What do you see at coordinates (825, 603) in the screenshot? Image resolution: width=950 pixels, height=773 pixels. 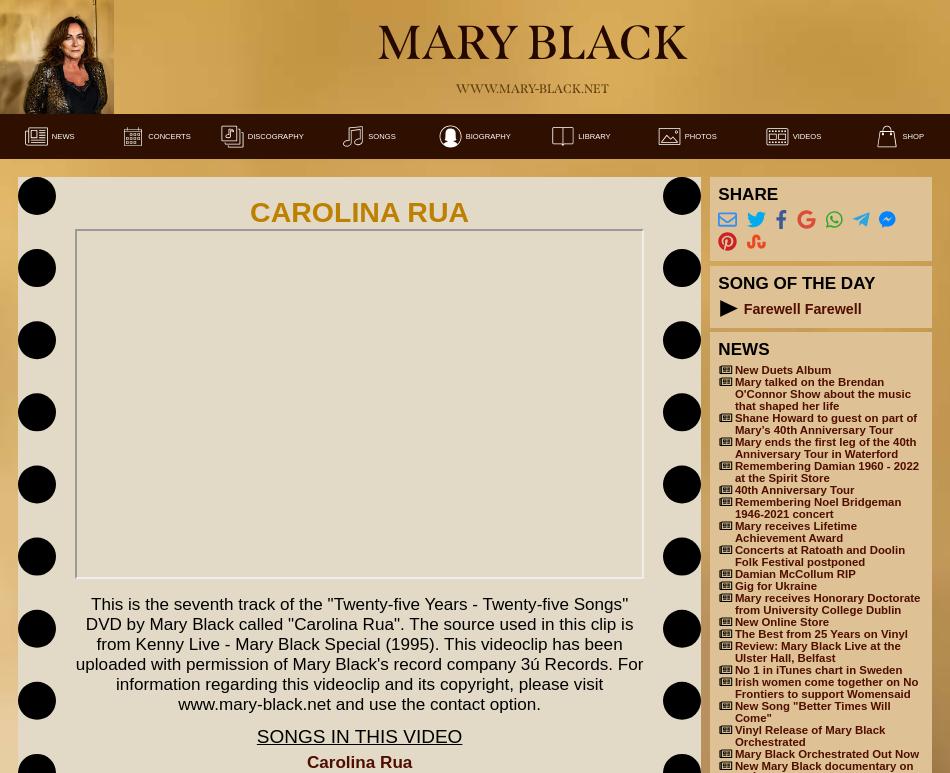 I see `'Mary receives Honorary Doctorate from University College Dublin'` at bounding box center [825, 603].